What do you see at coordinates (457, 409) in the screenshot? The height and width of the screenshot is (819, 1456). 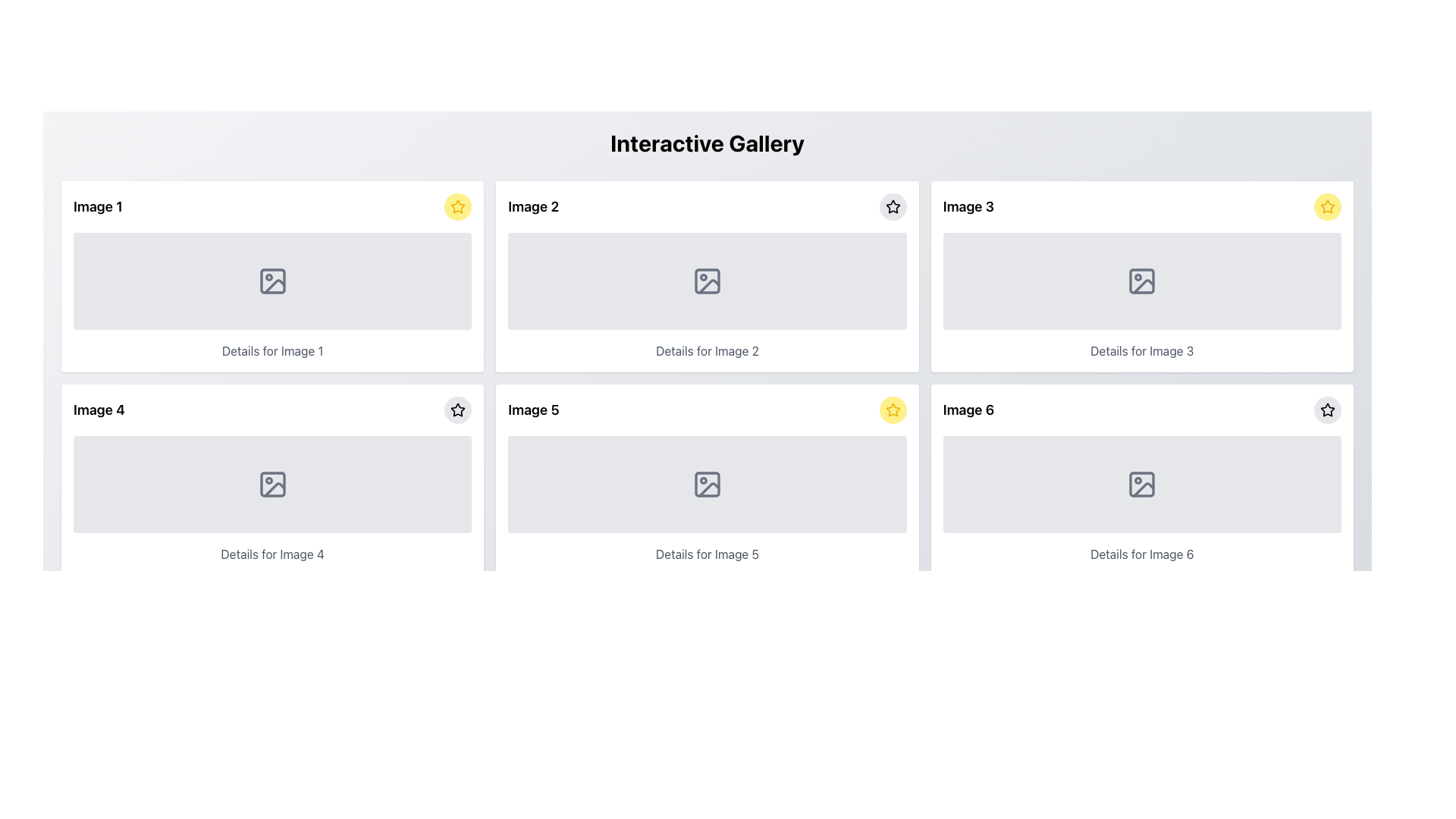 I see `the star-shaped button located in the top-right corner of the 'Image 4' section` at bounding box center [457, 409].